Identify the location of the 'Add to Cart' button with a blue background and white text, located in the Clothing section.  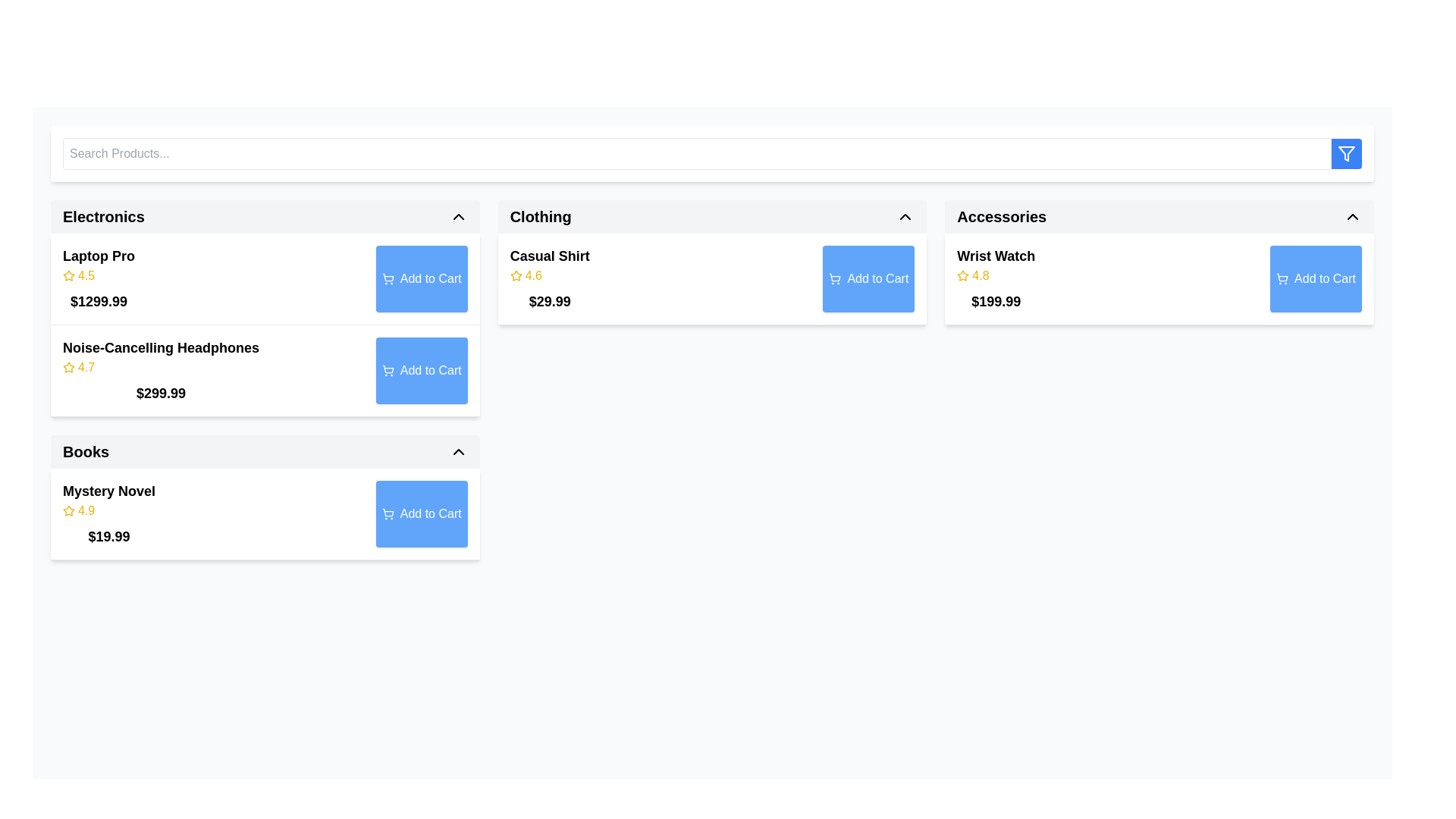
(868, 278).